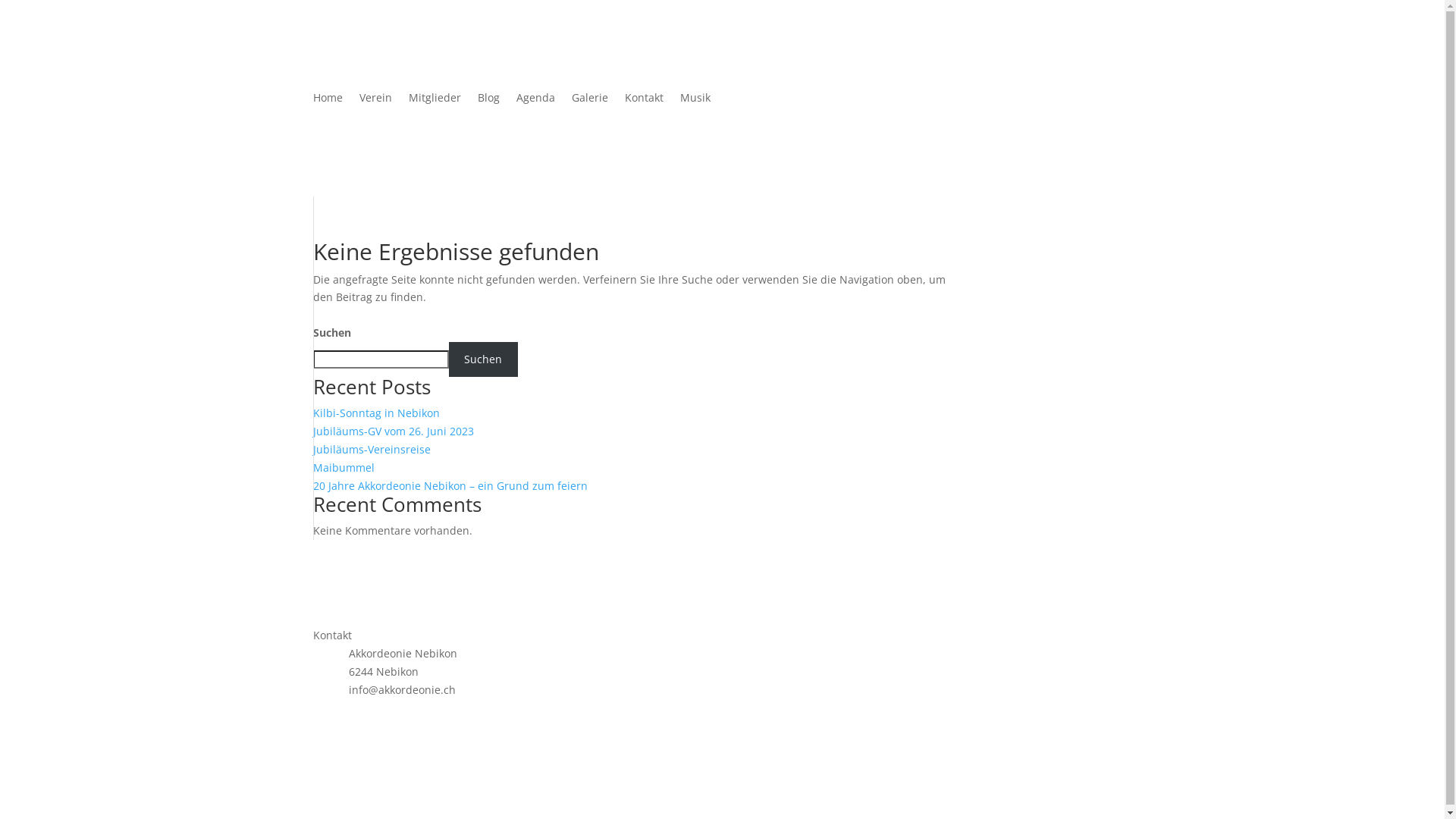 This screenshot has width=1456, height=819. What do you see at coordinates (342, 466) in the screenshot?
I see `'Maibummel'` at bounding box center [342, 466].